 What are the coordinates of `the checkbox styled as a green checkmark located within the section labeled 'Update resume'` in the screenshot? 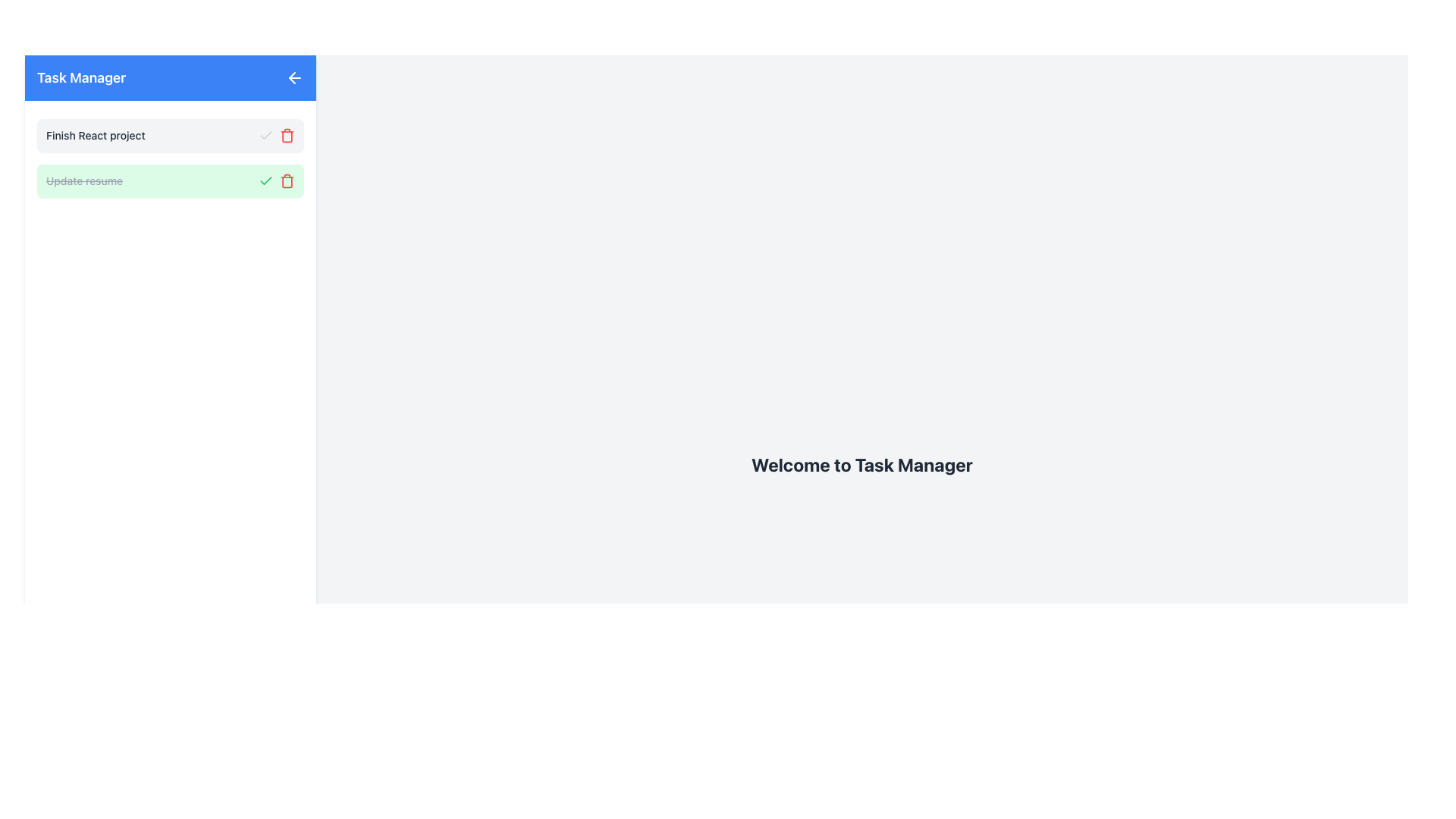 It's located at (265, 180).